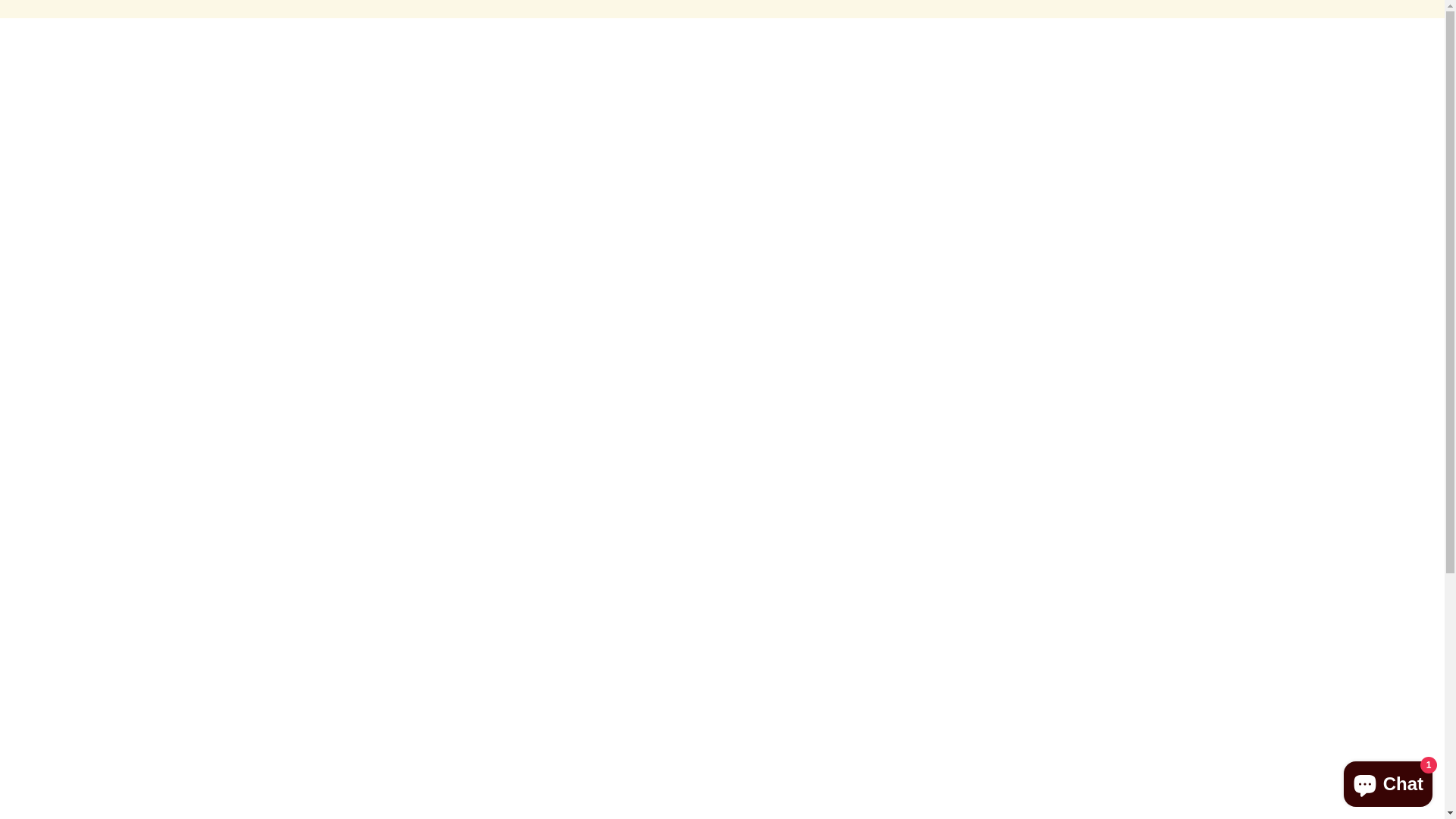 The image size is (1456, 819). Describe the element at coordinates (548, 630) in the screenshot. I see `'Refund policy'` at that location.